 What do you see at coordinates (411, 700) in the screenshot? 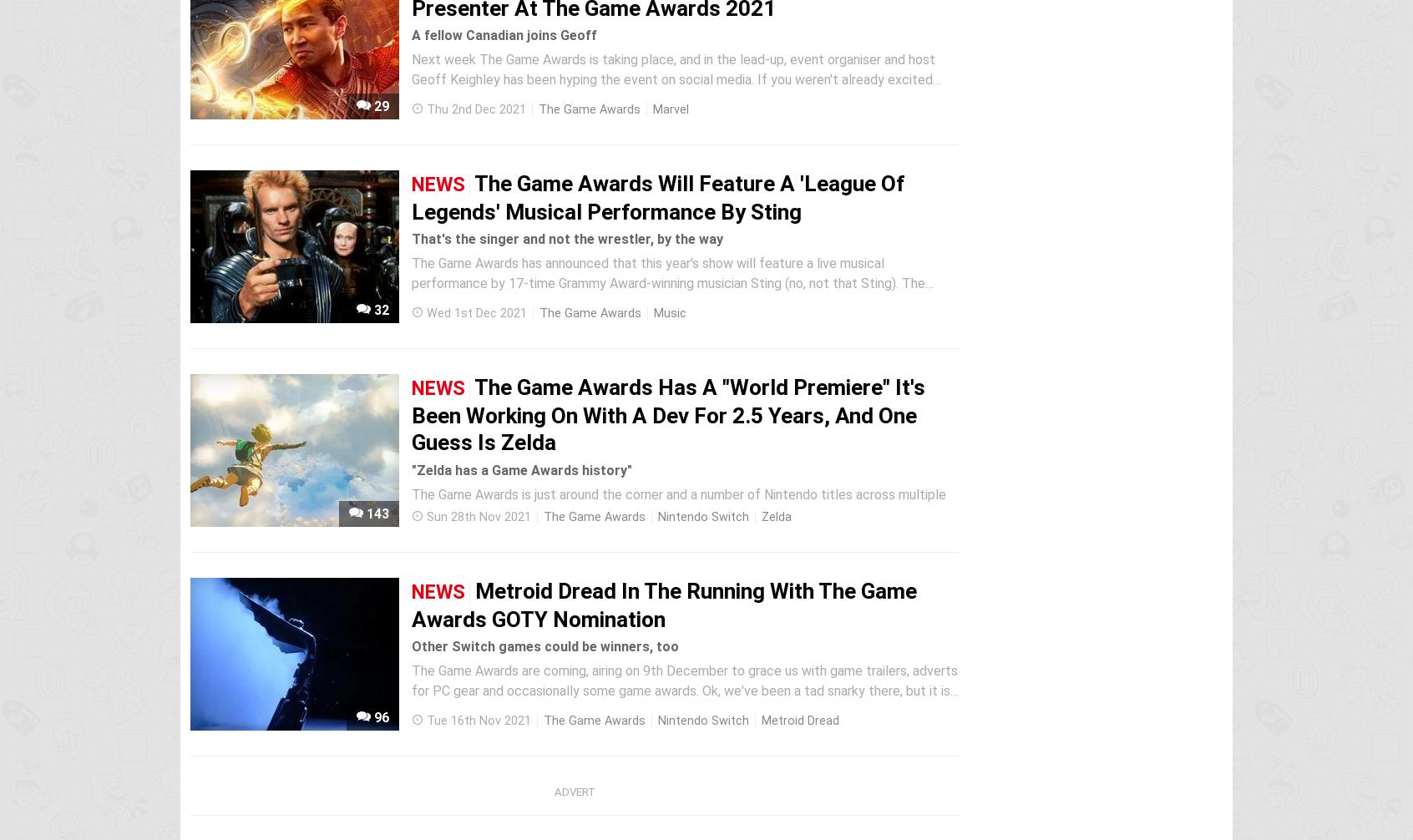
I see `'The Game Awards are coming, airing on 9th December to grace us with game trailers, adverts for PC gear and occasionally some game awards. Ok, we've been a tad snarky there, but it is a big annual event in the gaming calendar and the Switch has some notable nominees this time around. 
The most exciting is...'` at bounding box center [411, 700].